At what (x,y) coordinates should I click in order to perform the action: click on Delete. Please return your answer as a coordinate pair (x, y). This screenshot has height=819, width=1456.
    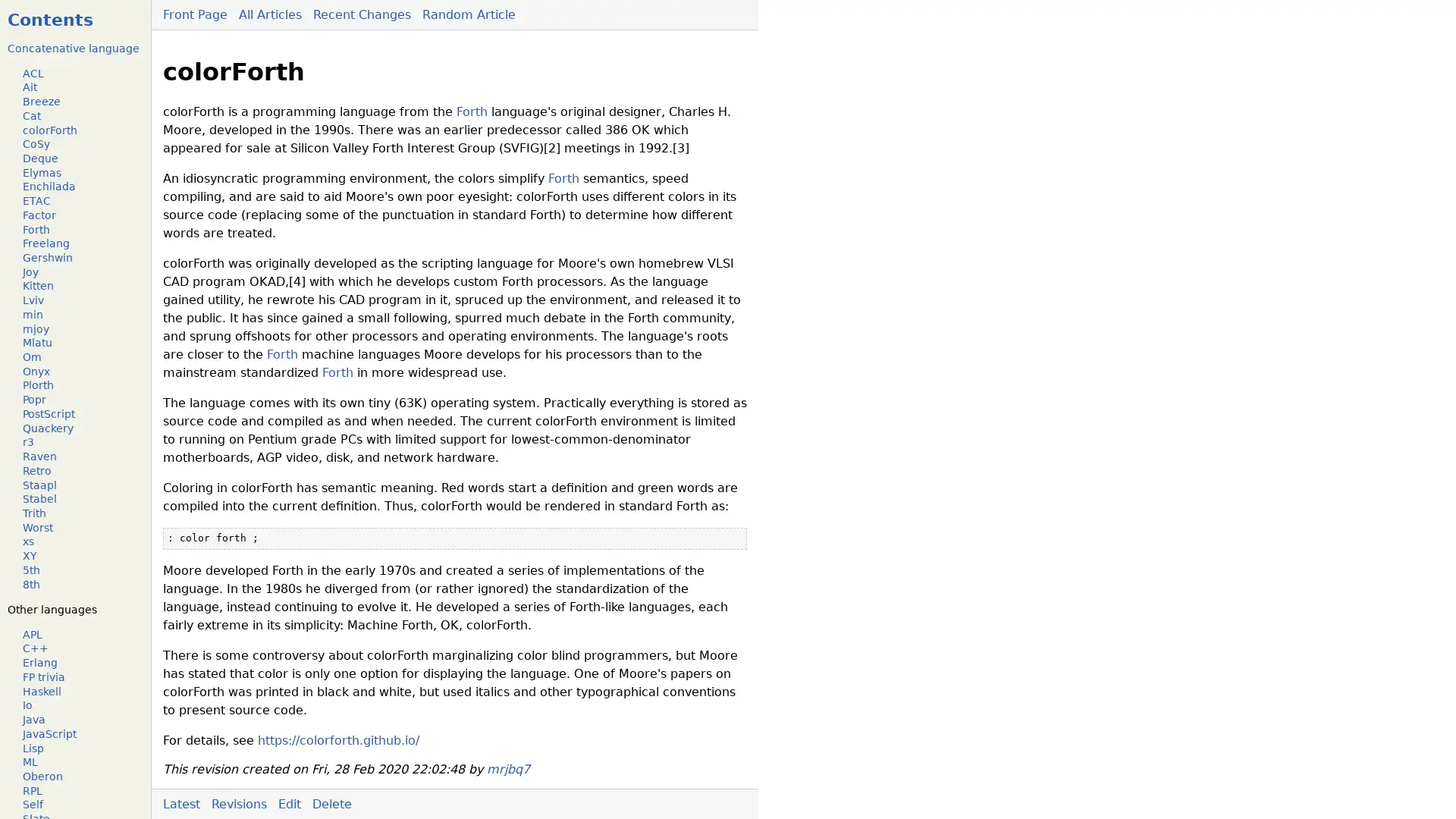
    Looking at the image, I should click on (331, 802).